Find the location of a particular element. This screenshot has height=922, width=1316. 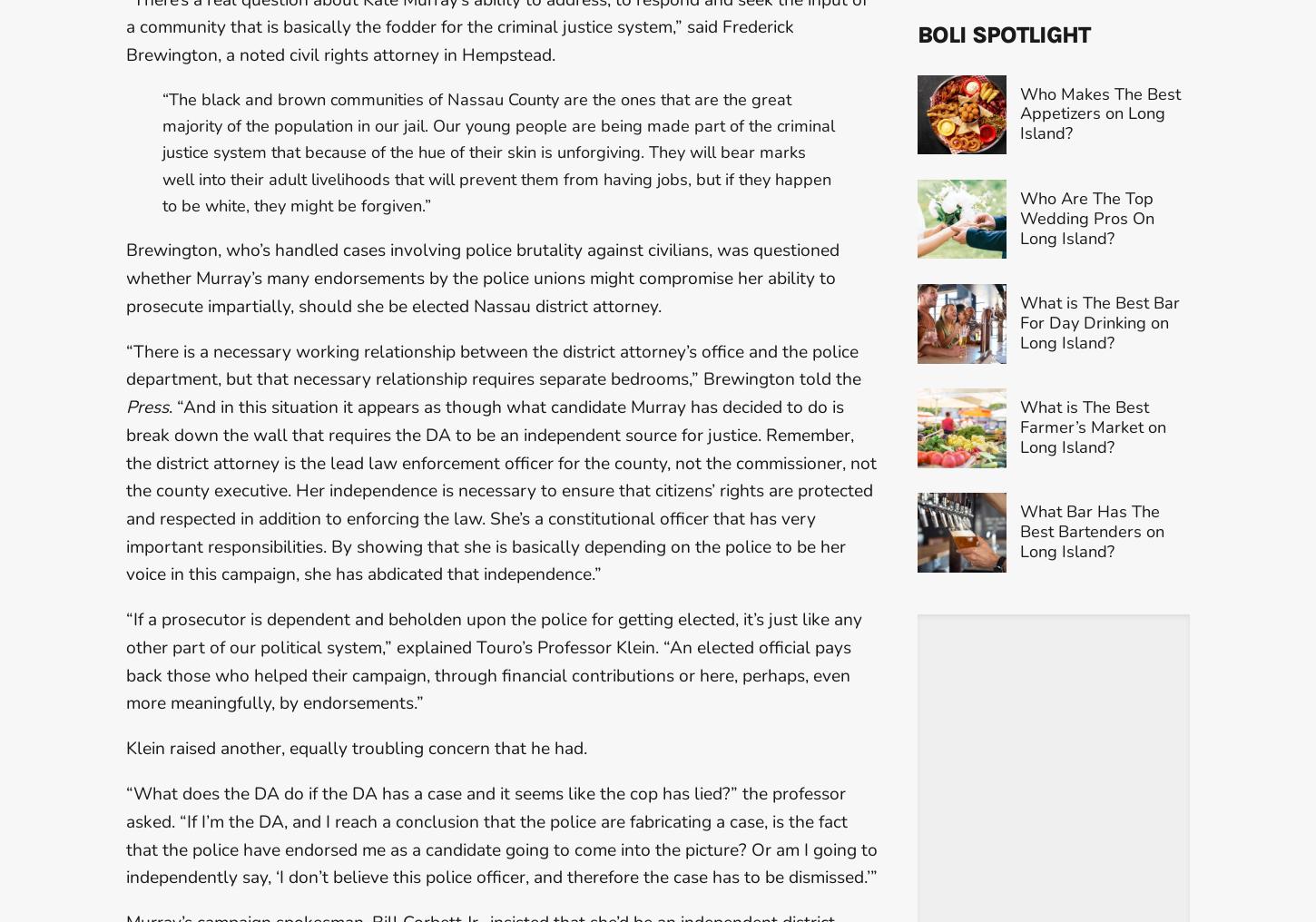

'“There is a necessary working relationship between the district attorney’s office and the police department, but that necessary relationship requires separate bedrooms,” Brewington told the' is located at coordinates (494, 364).